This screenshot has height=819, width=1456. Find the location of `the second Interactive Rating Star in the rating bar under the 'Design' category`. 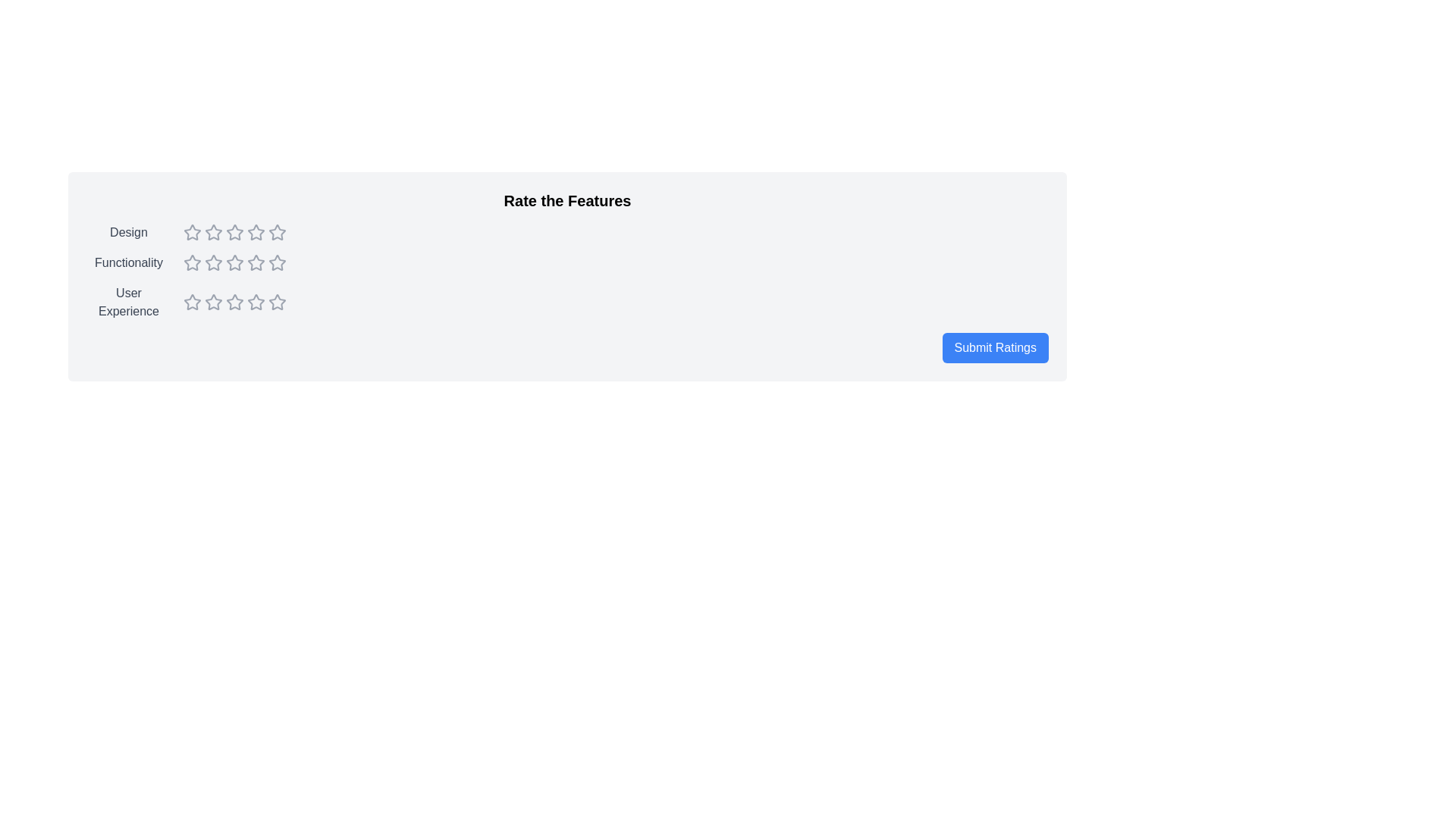

the second Interactive Rating Star in the rating bar under the 'Design' category is located at coordinates (256, 232).